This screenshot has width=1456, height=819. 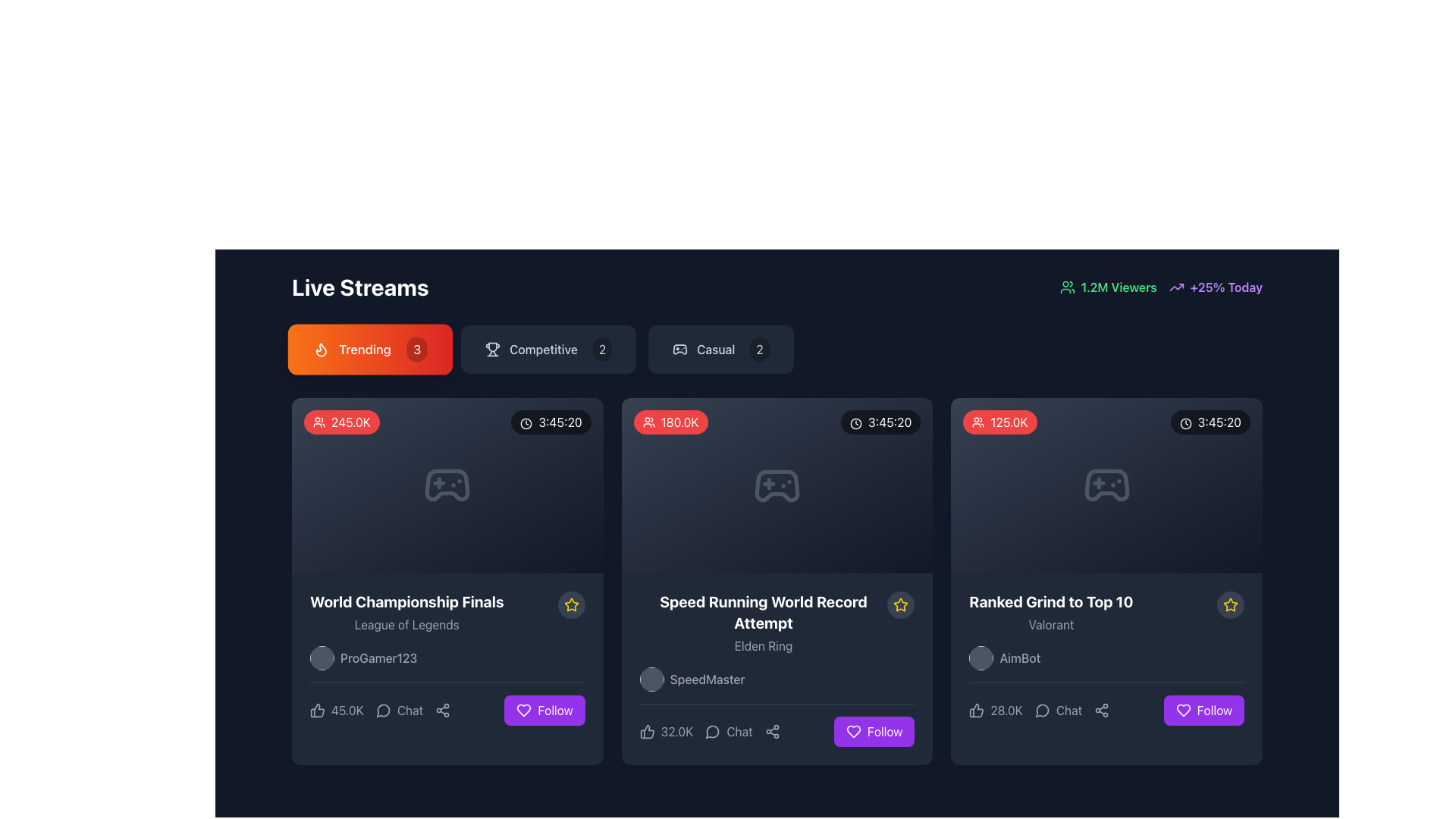 What do you see at coordinates (764, 623) in the screenshot?
I see `the text block that displays 'Speed Running World Record Attempt' and 'Elden Ring', which is located below the game controller image in the middle card layout` at bounding box center [764, 623].